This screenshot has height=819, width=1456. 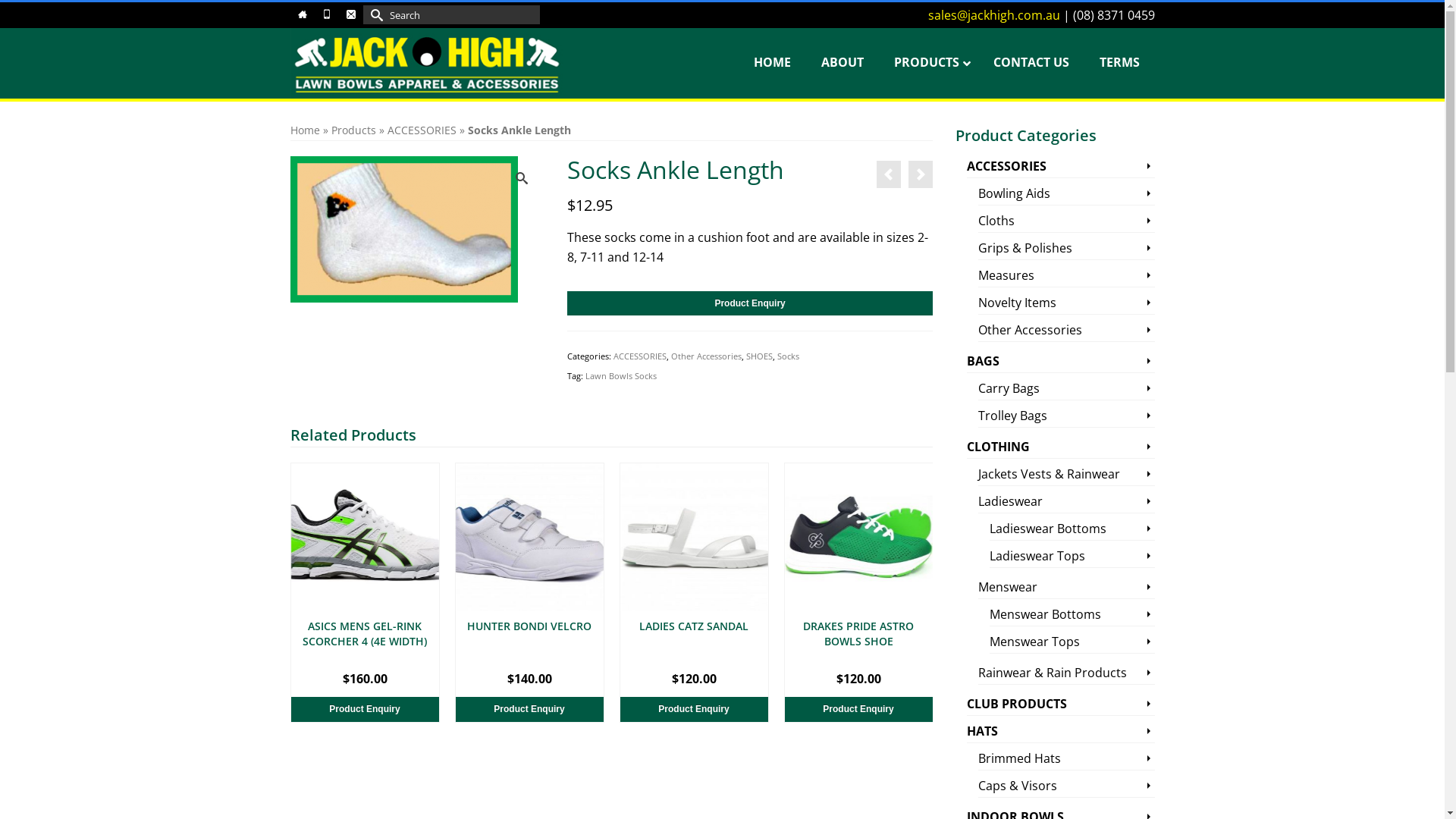 What do you see at coordinates (425, 62) in the screenshot?
I see `'Jack High'` at bounding box center [425, 62].